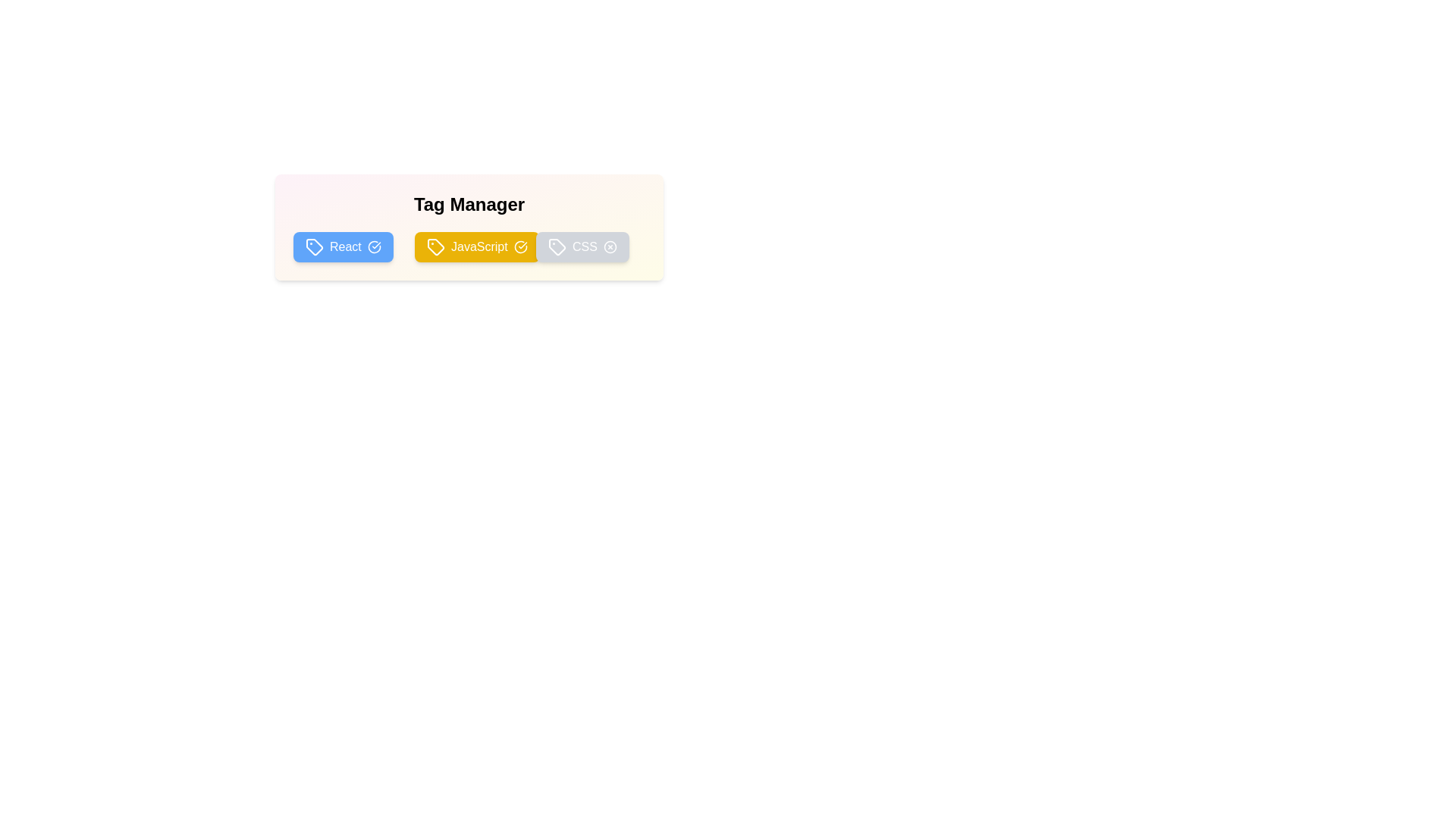 Image resolution: width=1456 pixels, height=819 pixels. What do you see at coordinates (476, 246) in the screenshot?
I see `the tag JavaScript` at bounding box center [476, 246].